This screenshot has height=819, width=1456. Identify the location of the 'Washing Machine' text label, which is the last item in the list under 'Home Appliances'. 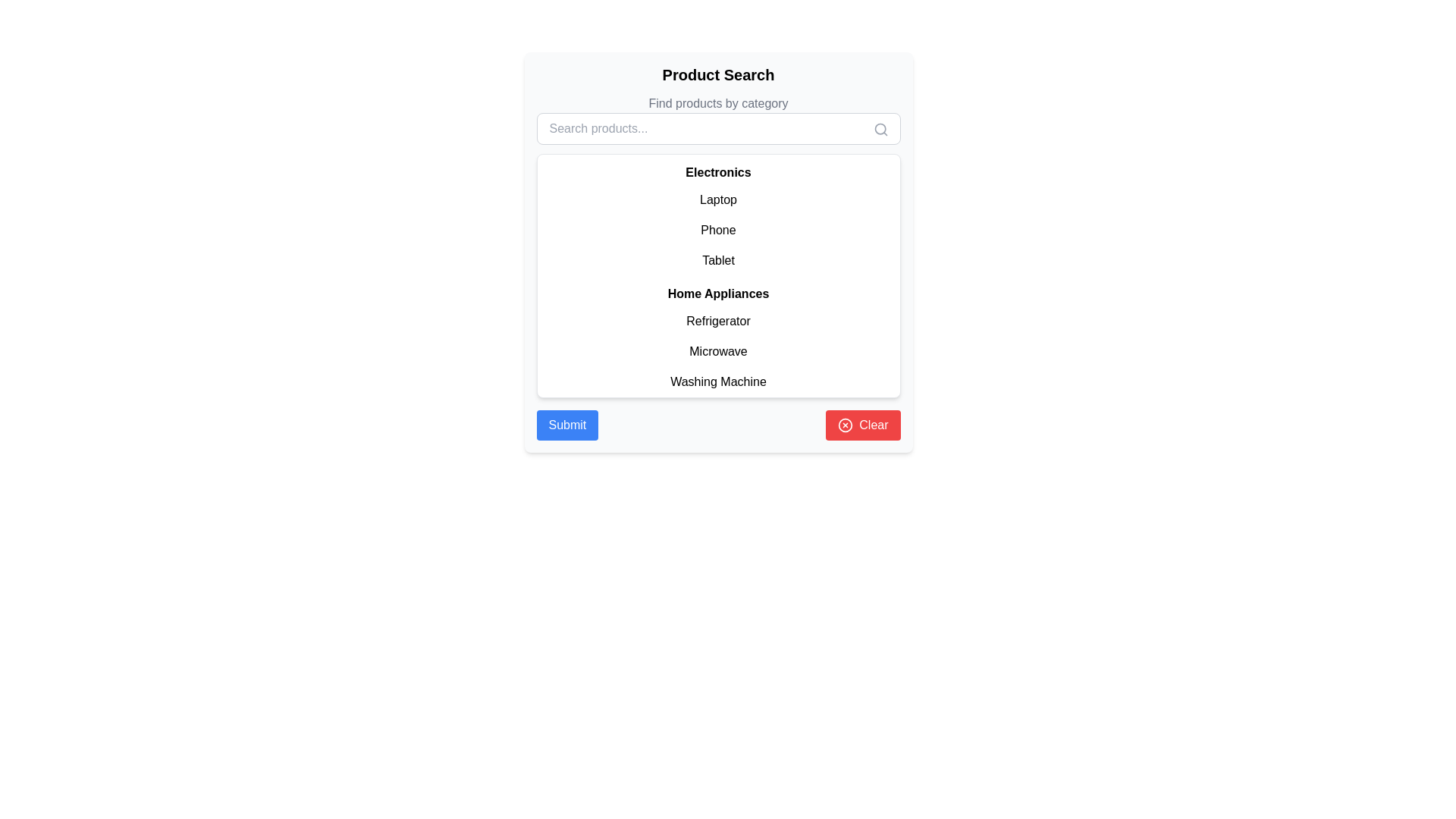
(717, 381).